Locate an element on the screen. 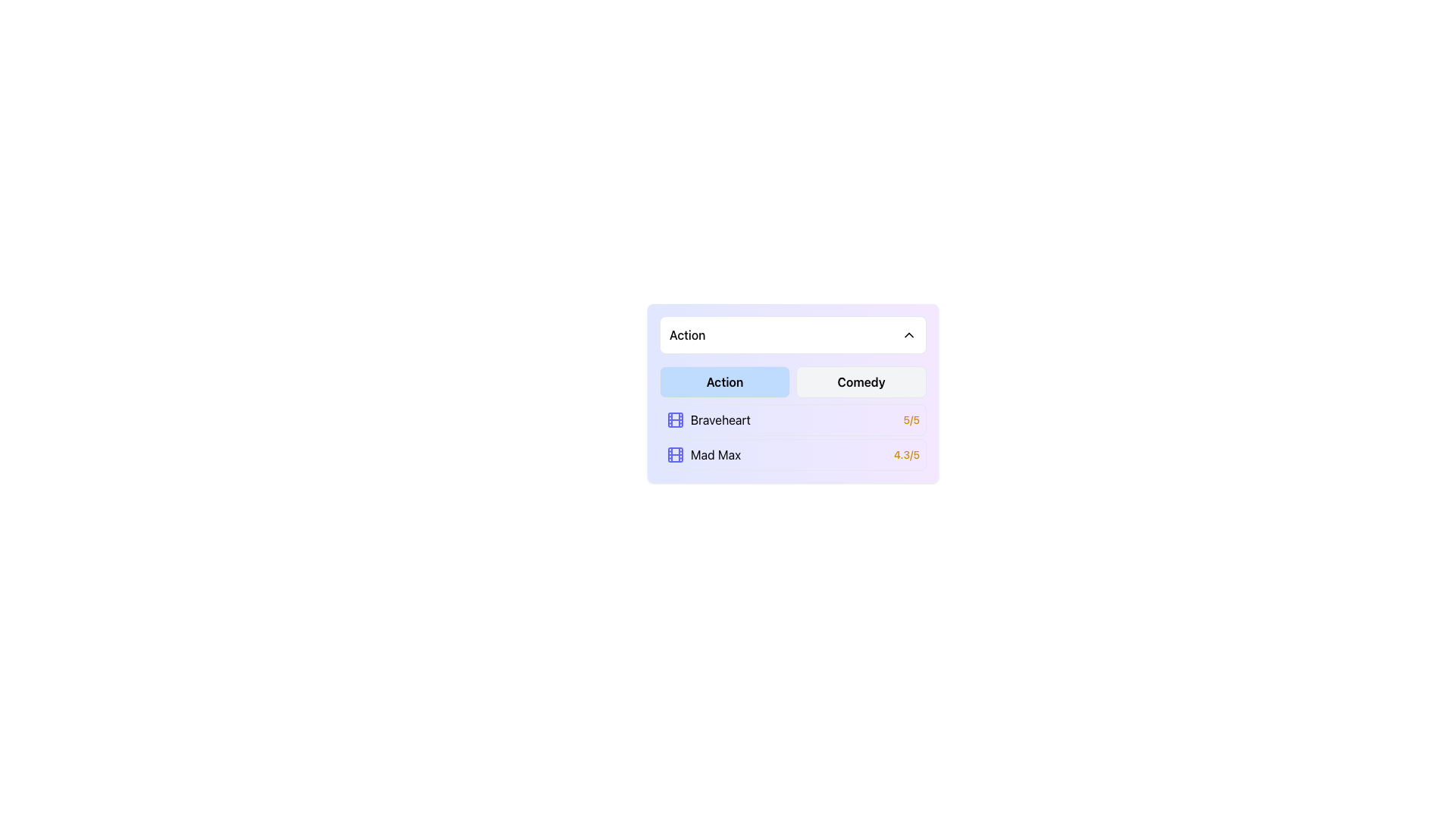  the category selector button for 'Action' items located in the top-left corner of the grid layout, adjacent to the 'Comedy' button is located at coordinates (723, 381).